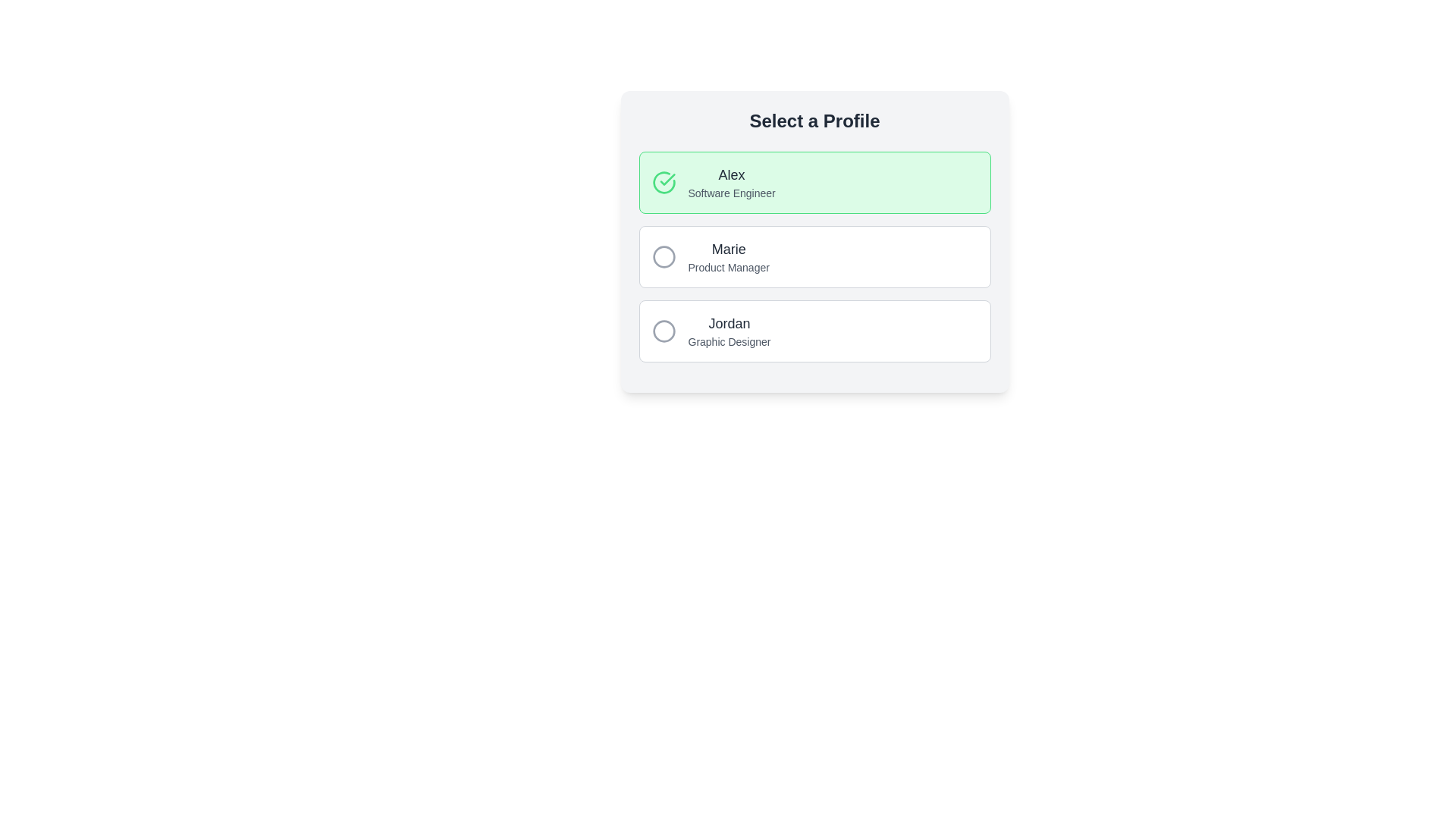 Image resolution: width=1456 pixels, height=819 pixels. What do you see at coordinates (729, 330) in the screenshot?
I see `the Text Display element showing 'Jordan' as the name and 'Graphic Designer' as the title, which is the third entry in the vertical list within a card component` at bounding box center [729, 330].